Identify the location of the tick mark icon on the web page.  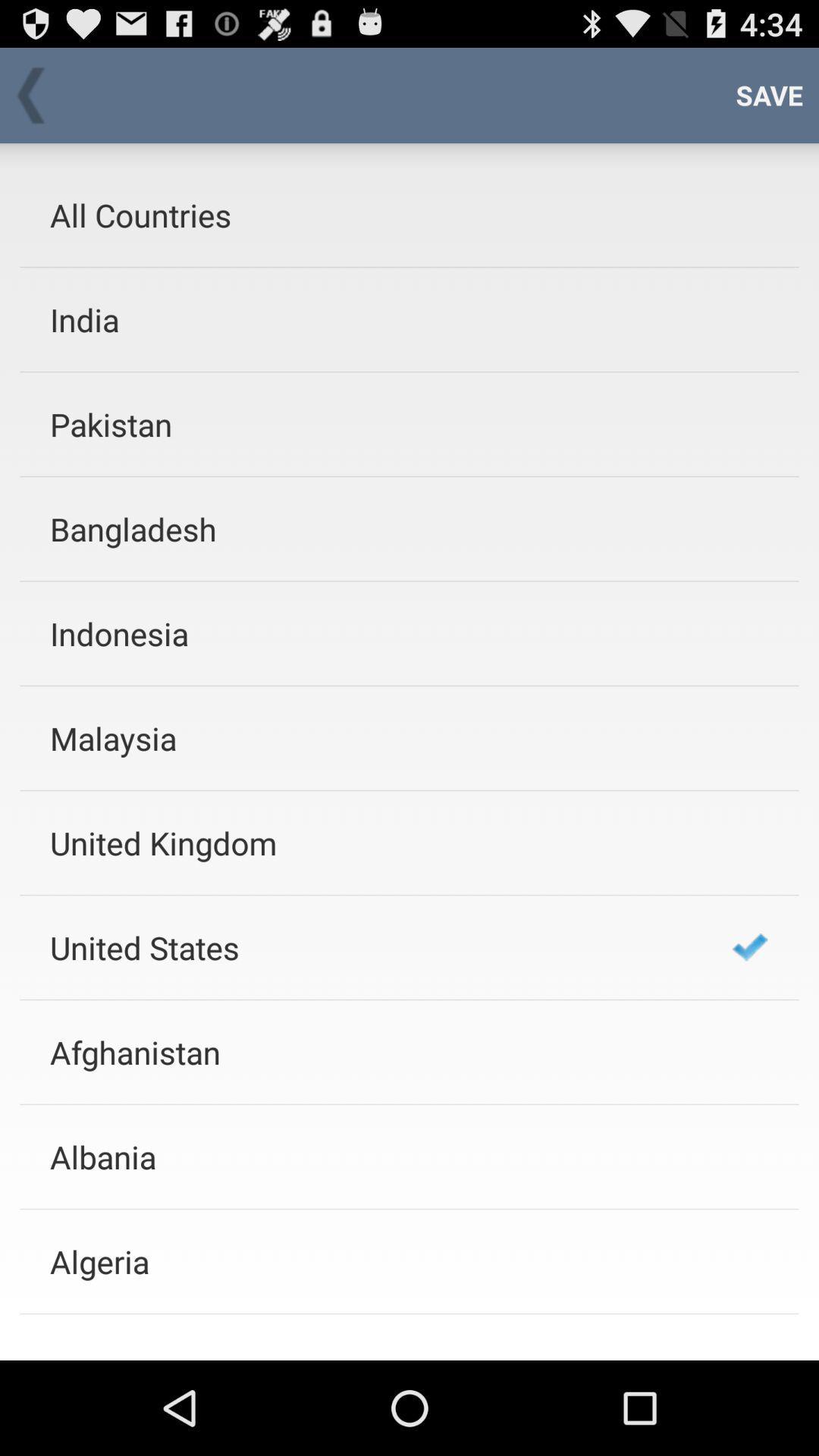
(749, 946).